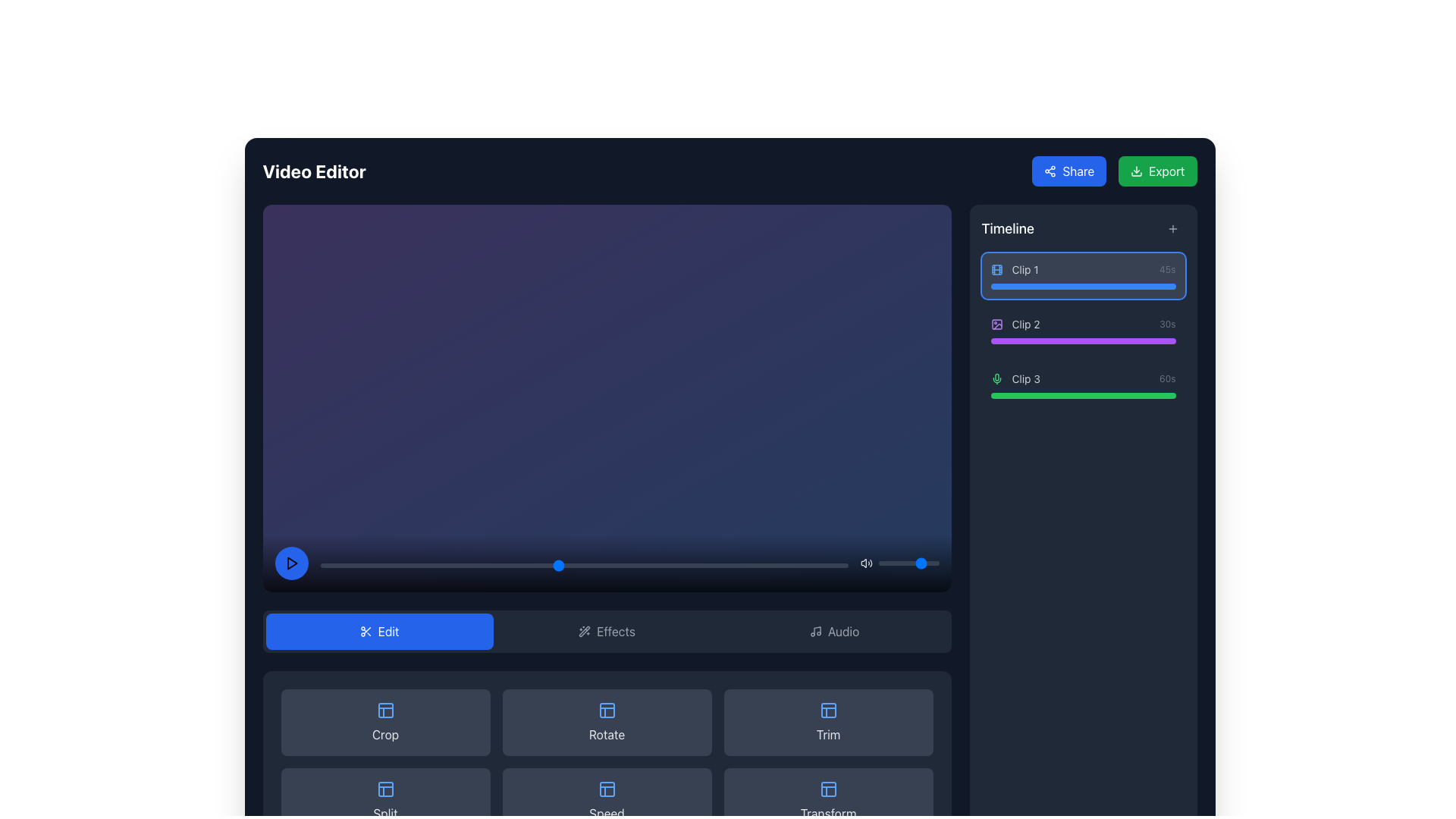  What do you see at coordinates (1172, 228) in the screenshot?
I see `the button located in the top-right corner of the 'Timeline' section` at bounding box center [1172, 228].